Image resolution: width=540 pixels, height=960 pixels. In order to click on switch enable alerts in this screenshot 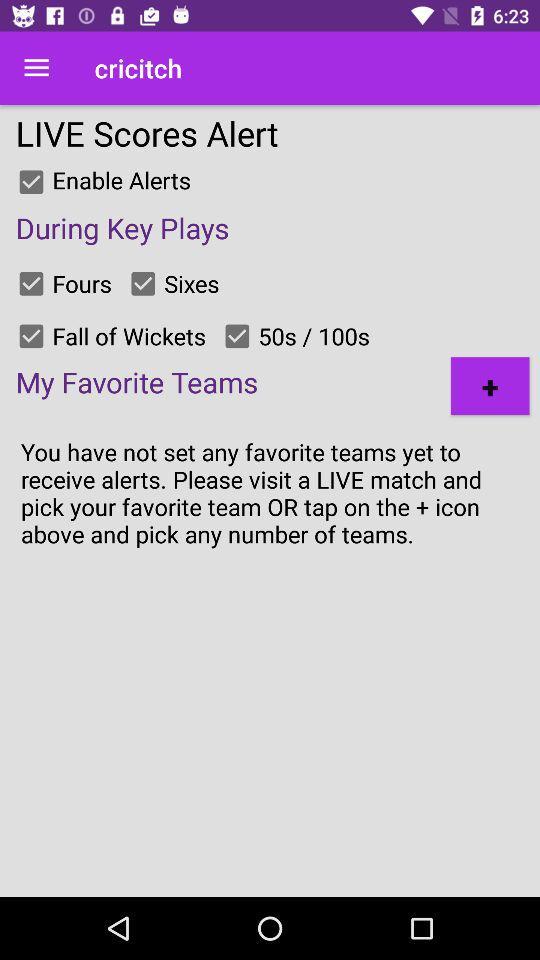, I will do `click(30, 182)`.